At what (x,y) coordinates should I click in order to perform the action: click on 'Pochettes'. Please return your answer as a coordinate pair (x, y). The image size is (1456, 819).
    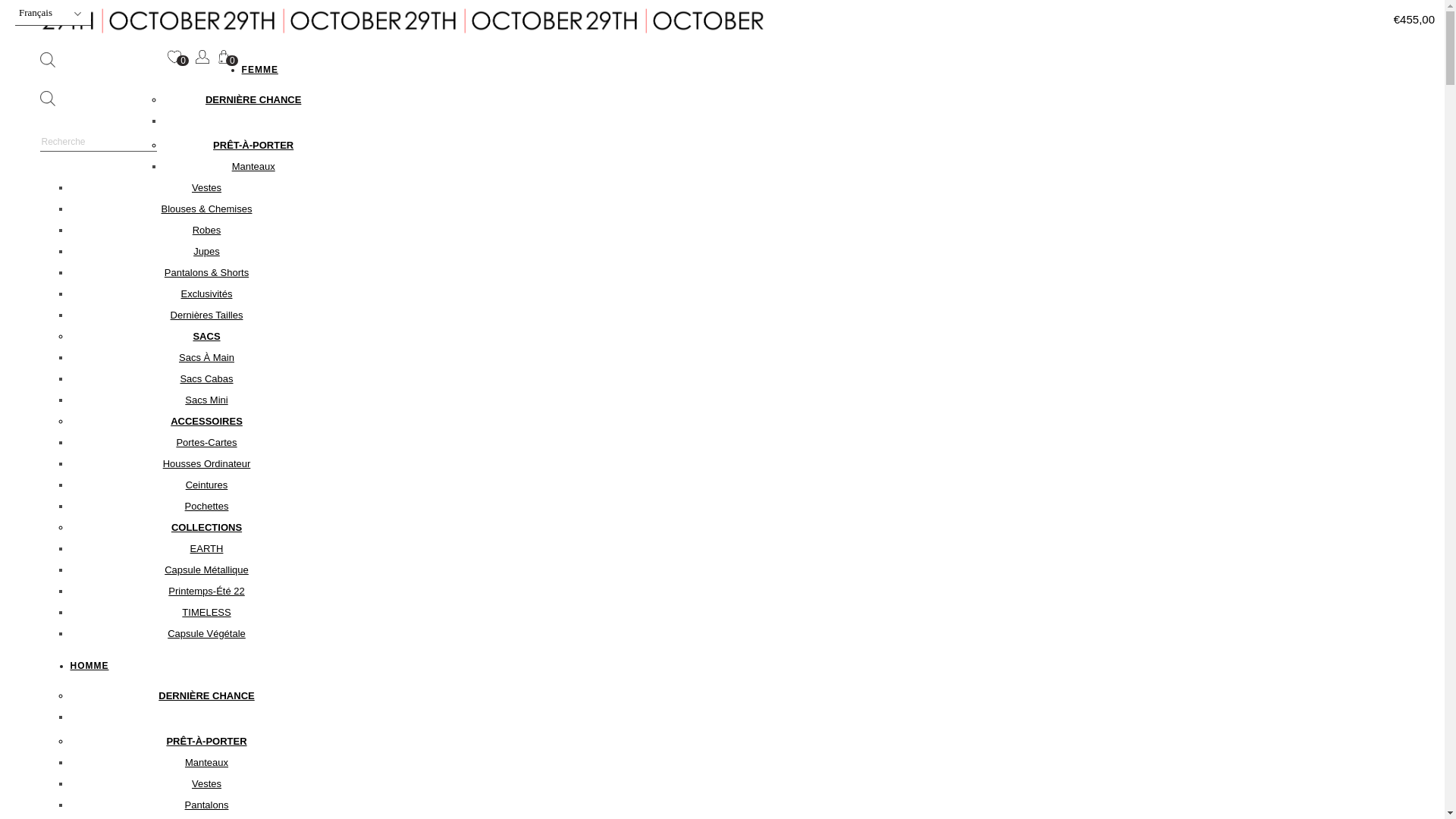
    Looking at the image, I should click on (206, 506).